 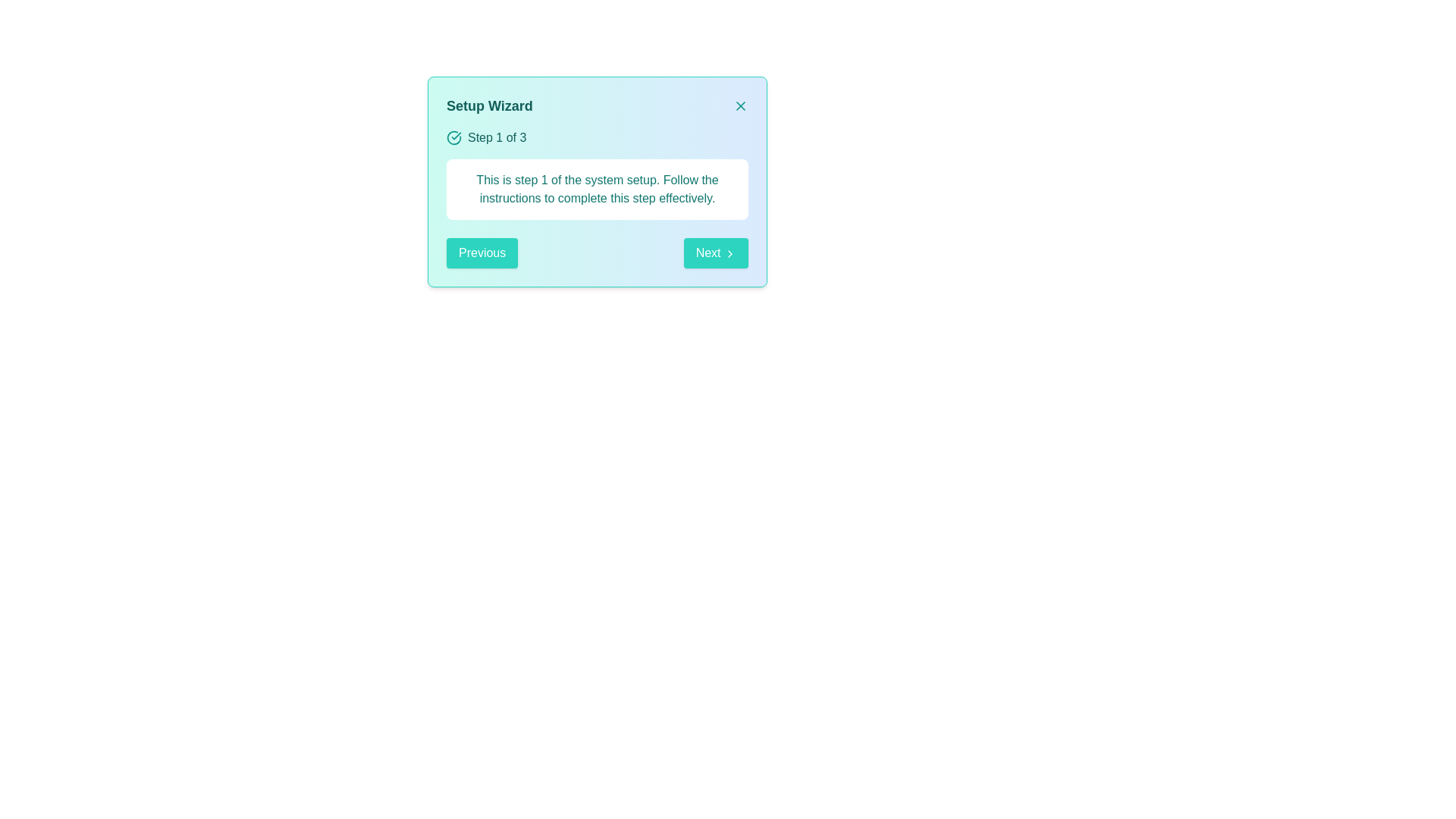 What do you see at coordinates (715, 253) in the screenshot?
I see `the 'Next' button to proceed to the next step` at bounding box center [715, 253].